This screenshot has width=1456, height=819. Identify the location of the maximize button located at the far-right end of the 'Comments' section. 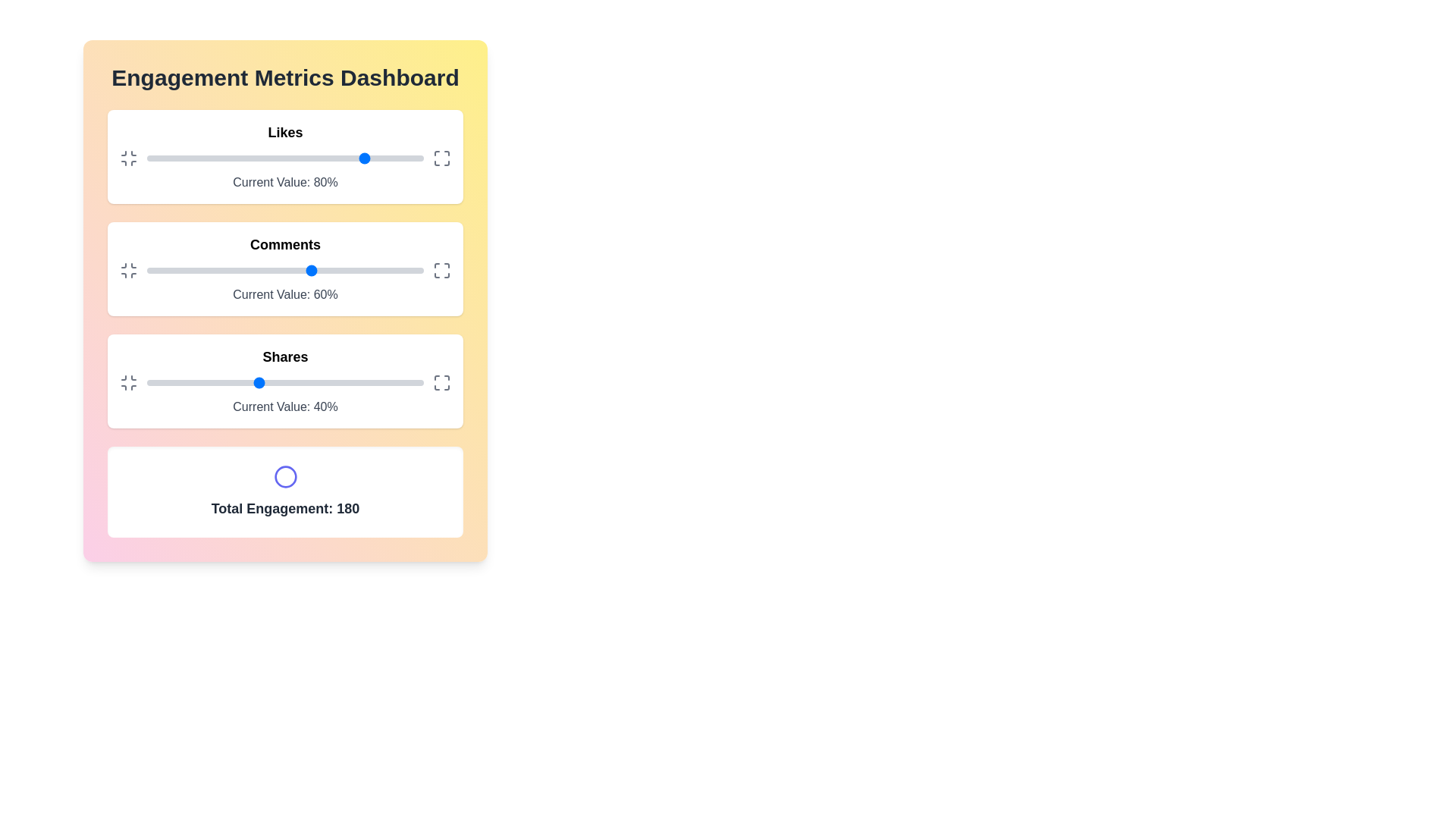
(441, 270).